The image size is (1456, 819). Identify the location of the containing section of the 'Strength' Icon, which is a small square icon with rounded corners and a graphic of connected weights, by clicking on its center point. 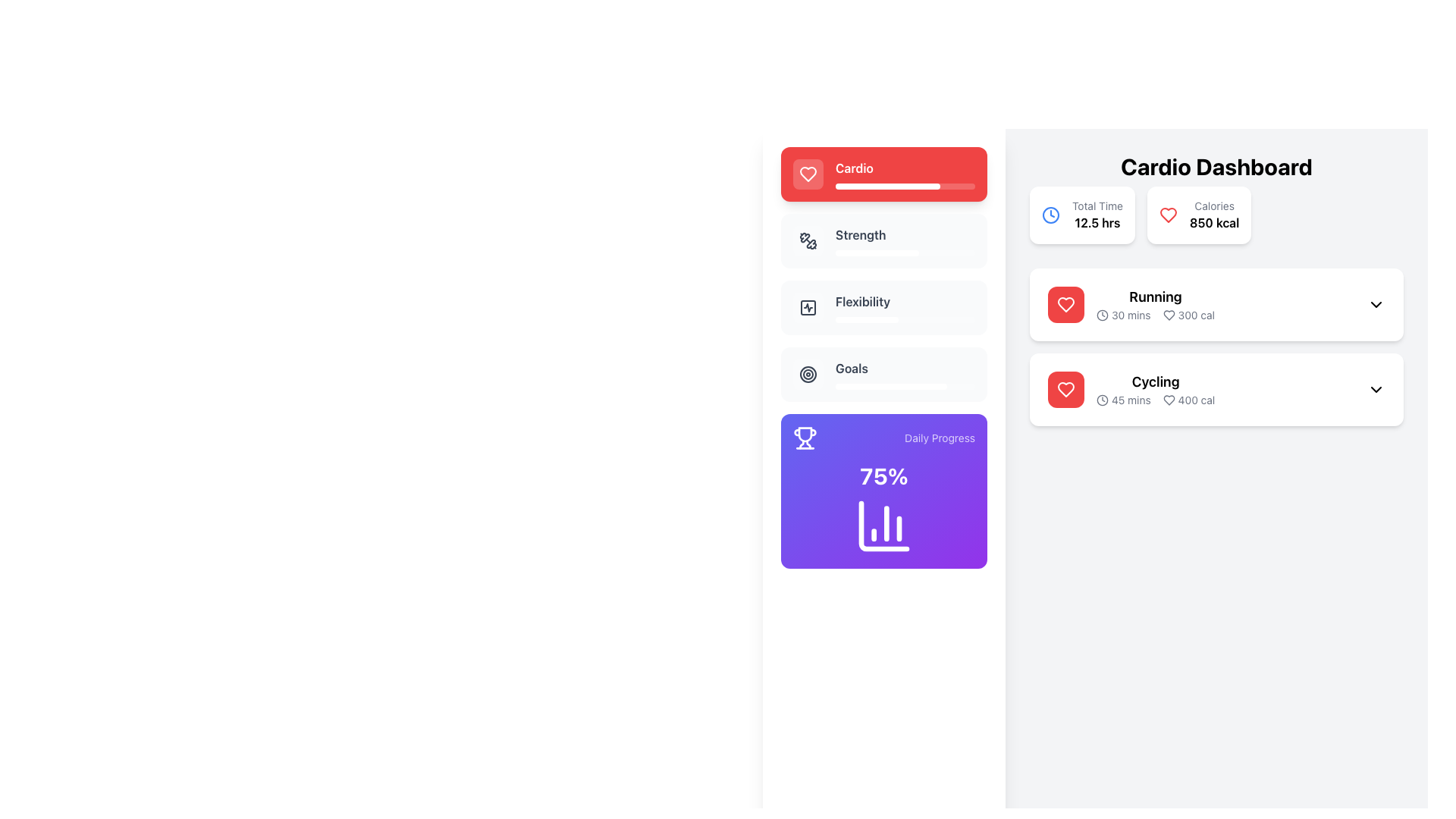
(807, 240).